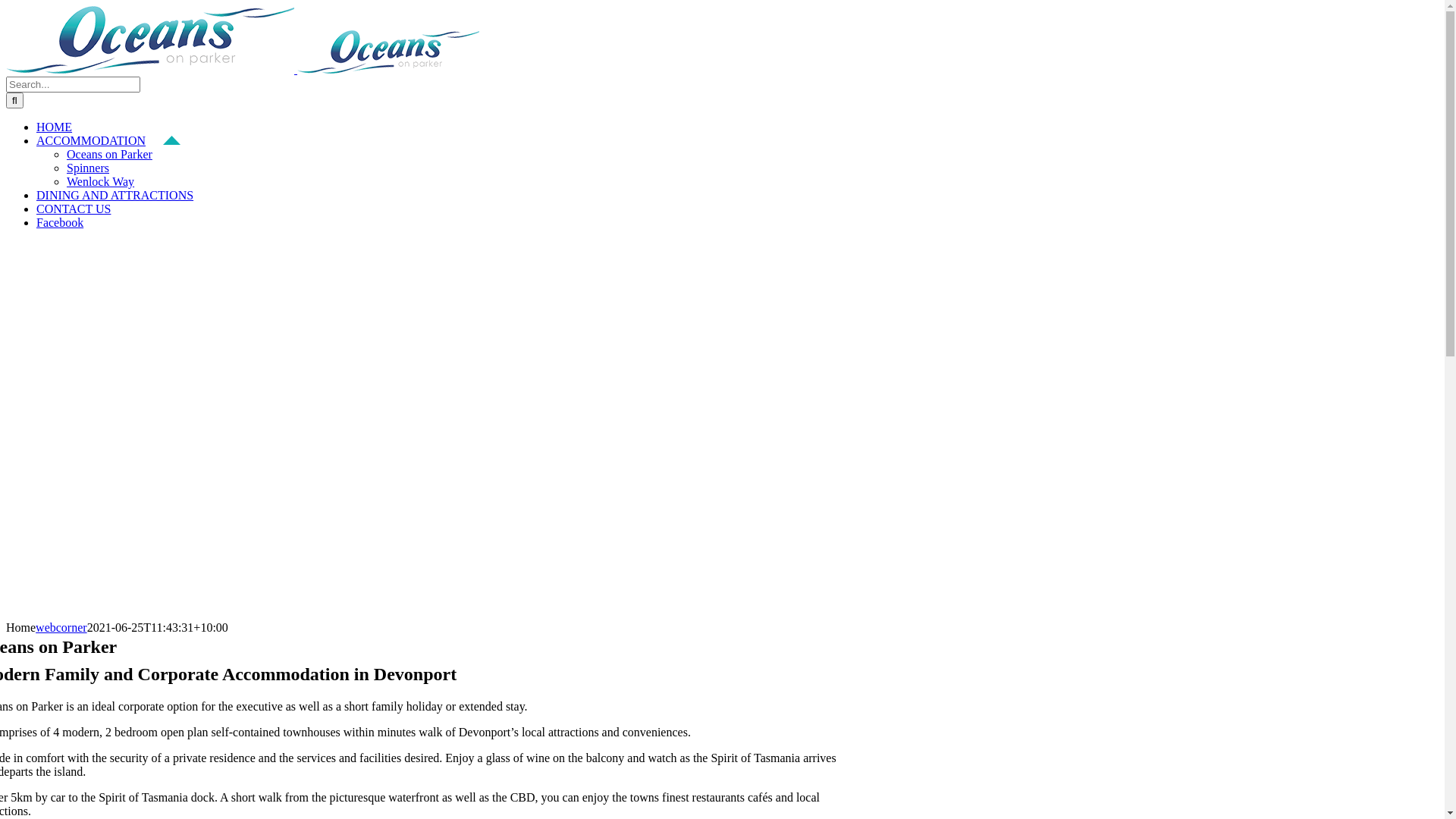 Image resolution: width=1456 pixels, height=819 pixels. What do you see at coordinates (36, 209) in the screenshot?
I see `'CONTACT US'` at bounding box center [36, 209].